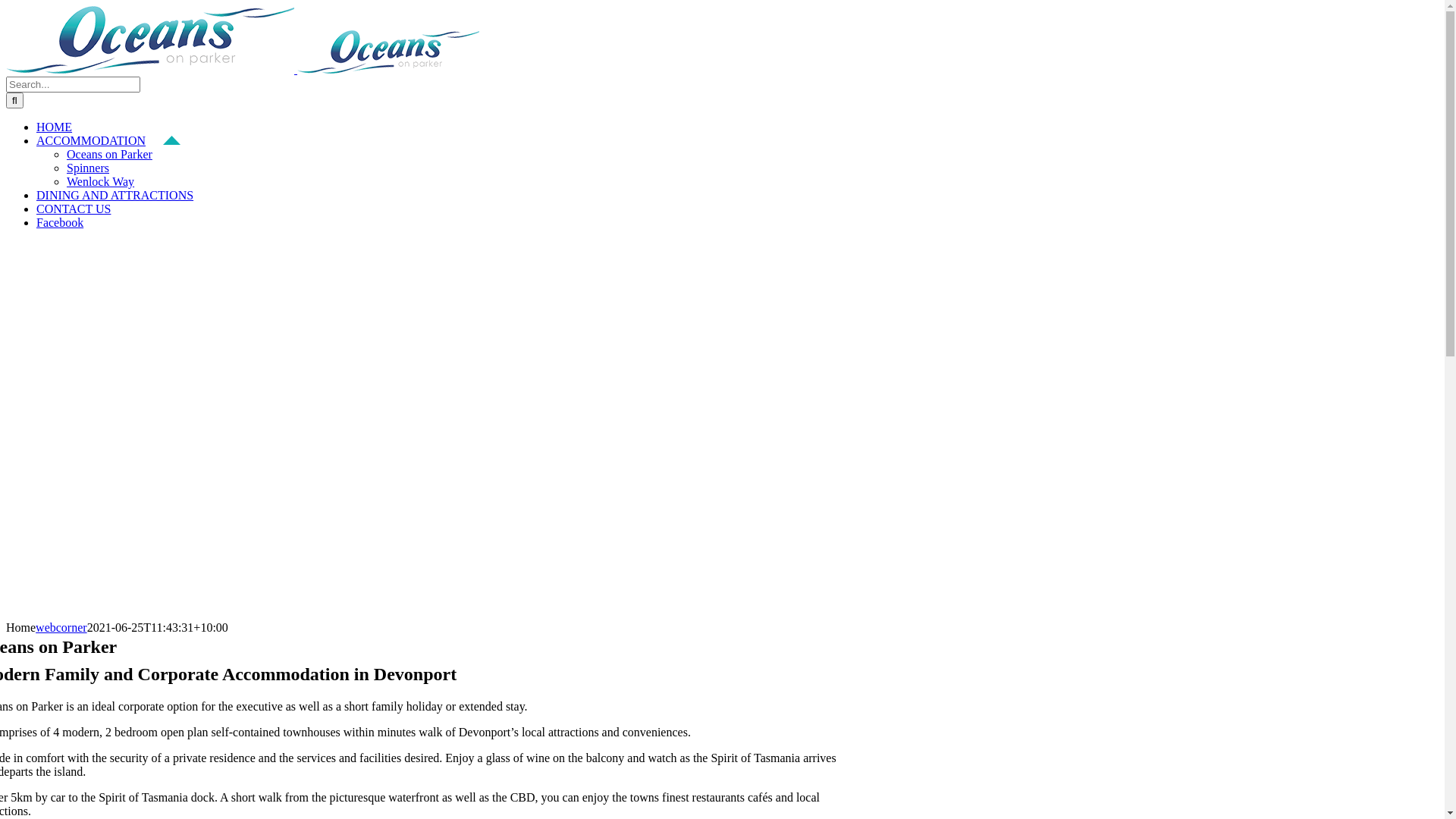 Image resolution: width=1456 pixels, height=819 pixels. What do you see at coordinates (36, 209) in the screenshot?
I see `'CONTACT US'` at bounding box center [36, 209].